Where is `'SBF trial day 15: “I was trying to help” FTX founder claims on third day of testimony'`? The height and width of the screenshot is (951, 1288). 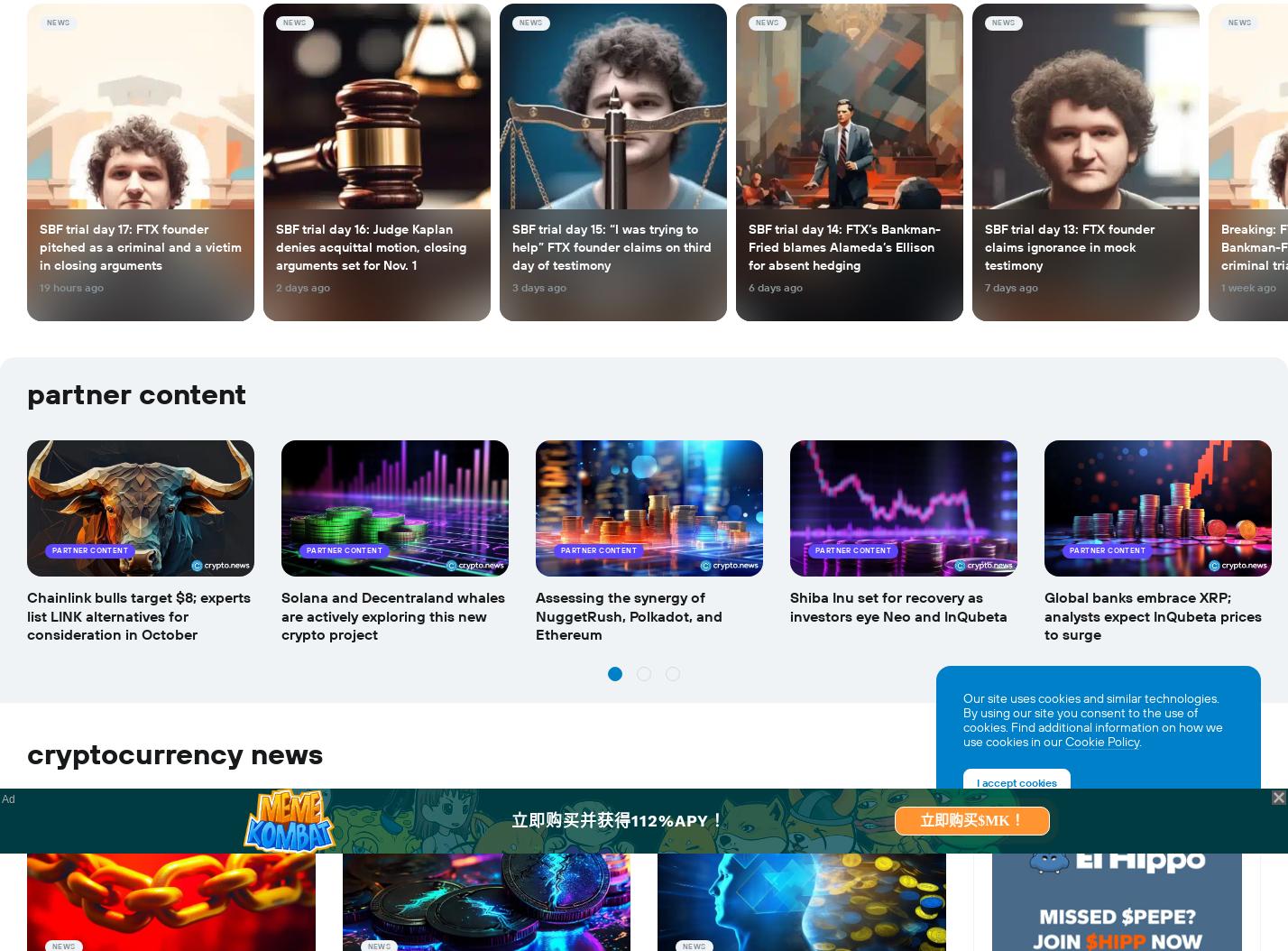
'SBF trial day 15: “I was trying to help” FTX founder claims on third day of testimony' is located at coordinates (612, 246).